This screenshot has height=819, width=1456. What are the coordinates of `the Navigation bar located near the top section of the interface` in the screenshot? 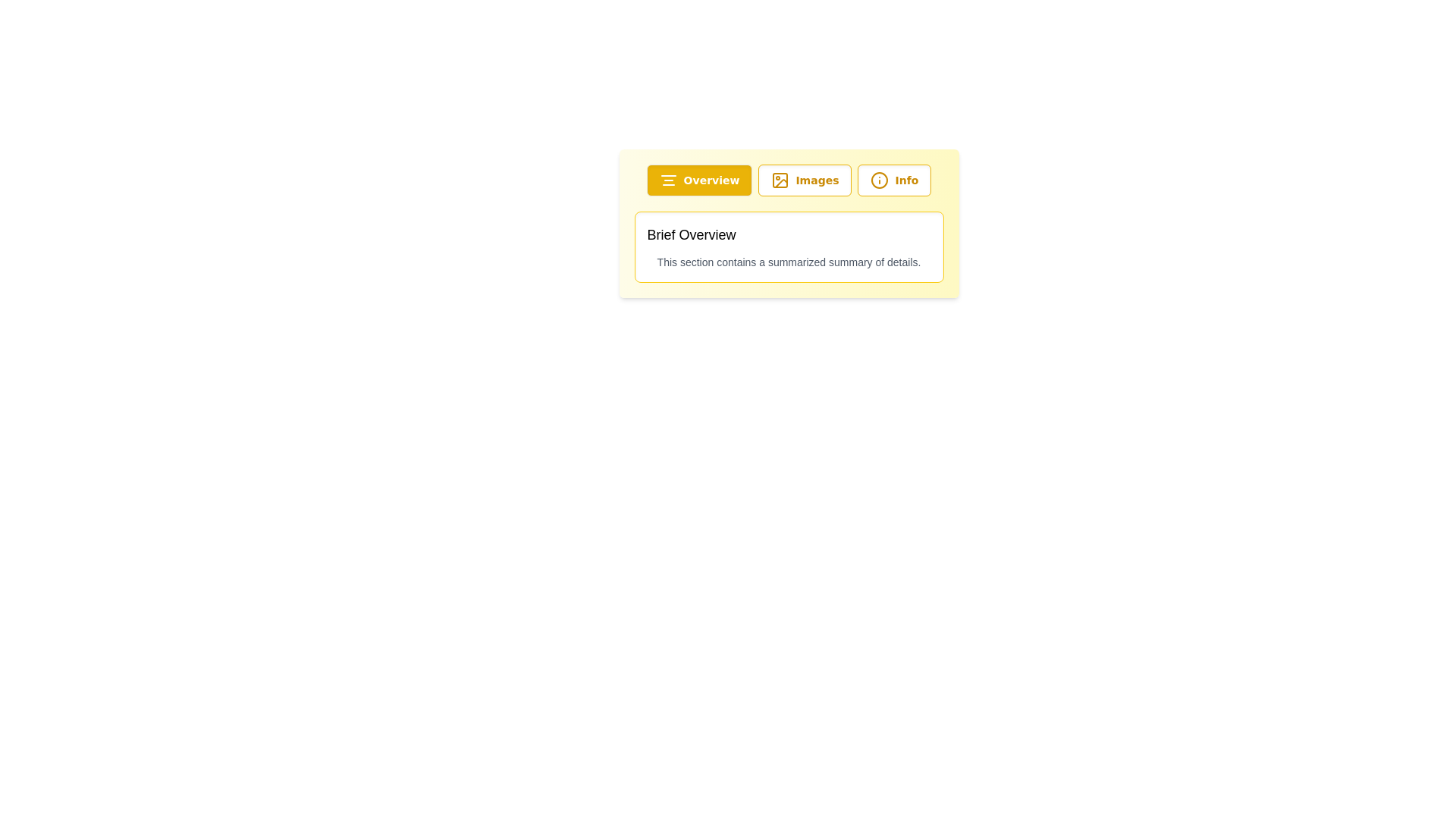 It's located at (789, 180).